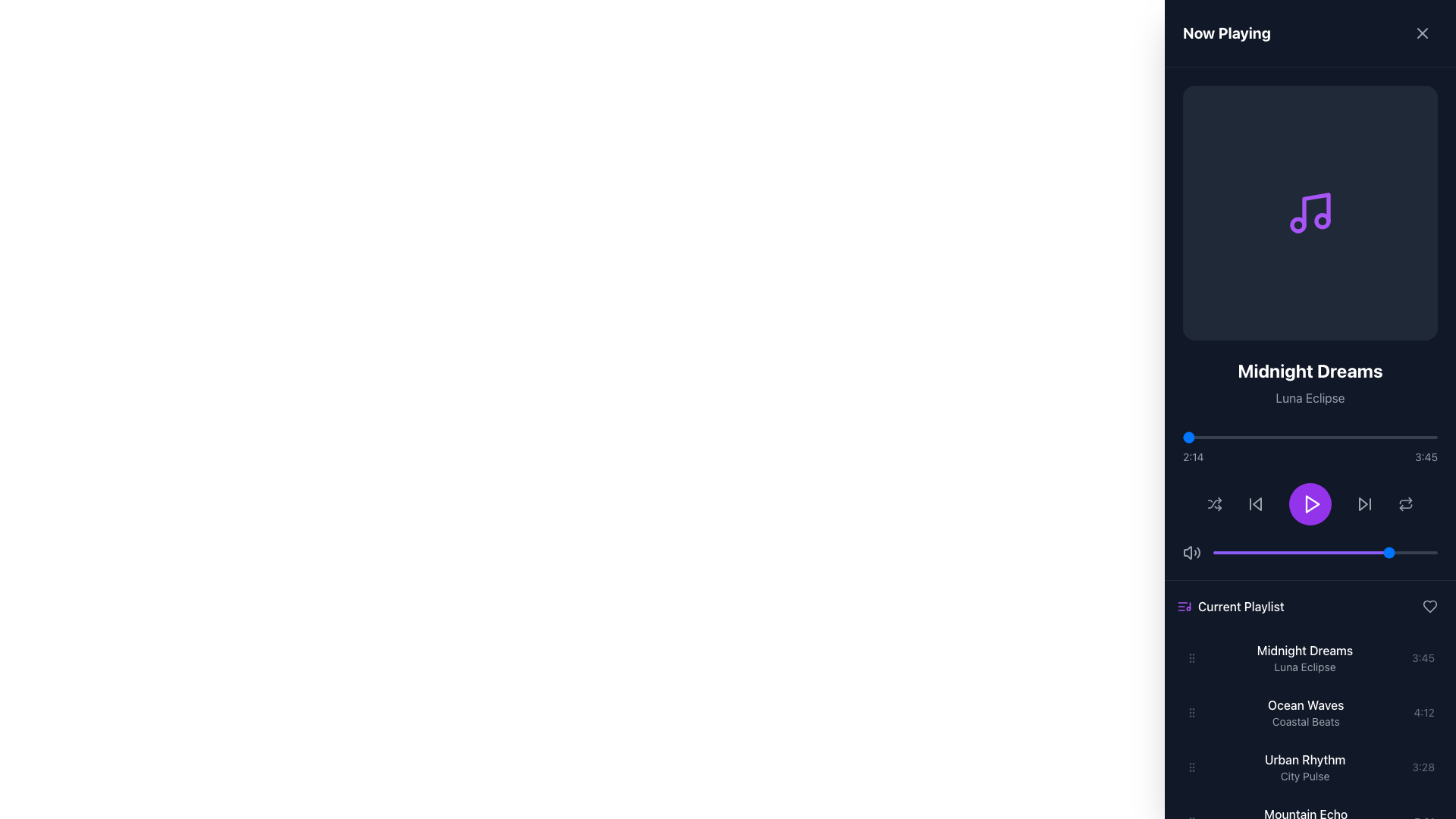 The image size is (1456, 819). Describe the element at coordinates (1230, 438) in the screenshot. I see `playback position` at that location.